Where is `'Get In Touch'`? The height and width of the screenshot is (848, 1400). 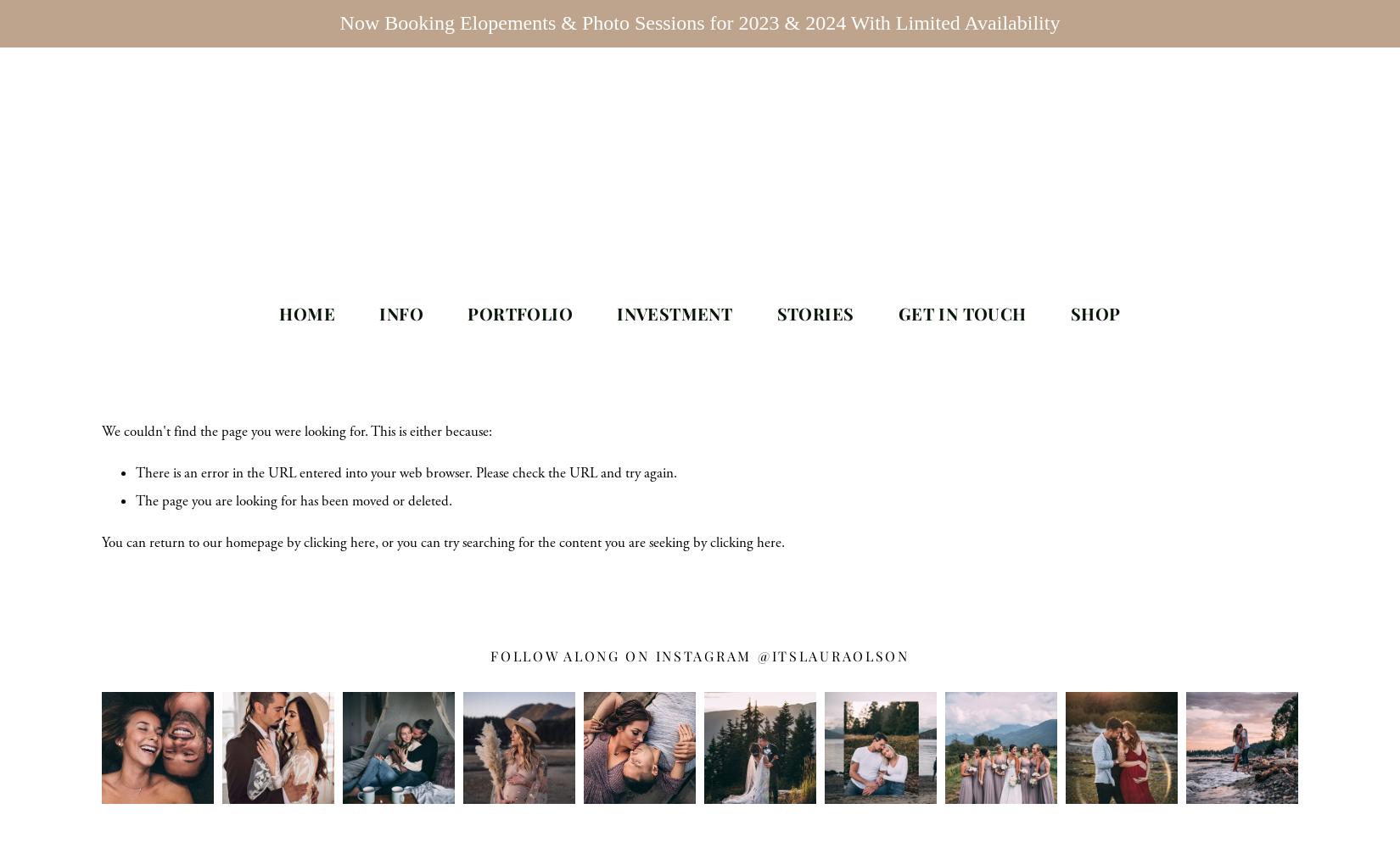 'Get In Touch' is located at coordinates (897, 312).